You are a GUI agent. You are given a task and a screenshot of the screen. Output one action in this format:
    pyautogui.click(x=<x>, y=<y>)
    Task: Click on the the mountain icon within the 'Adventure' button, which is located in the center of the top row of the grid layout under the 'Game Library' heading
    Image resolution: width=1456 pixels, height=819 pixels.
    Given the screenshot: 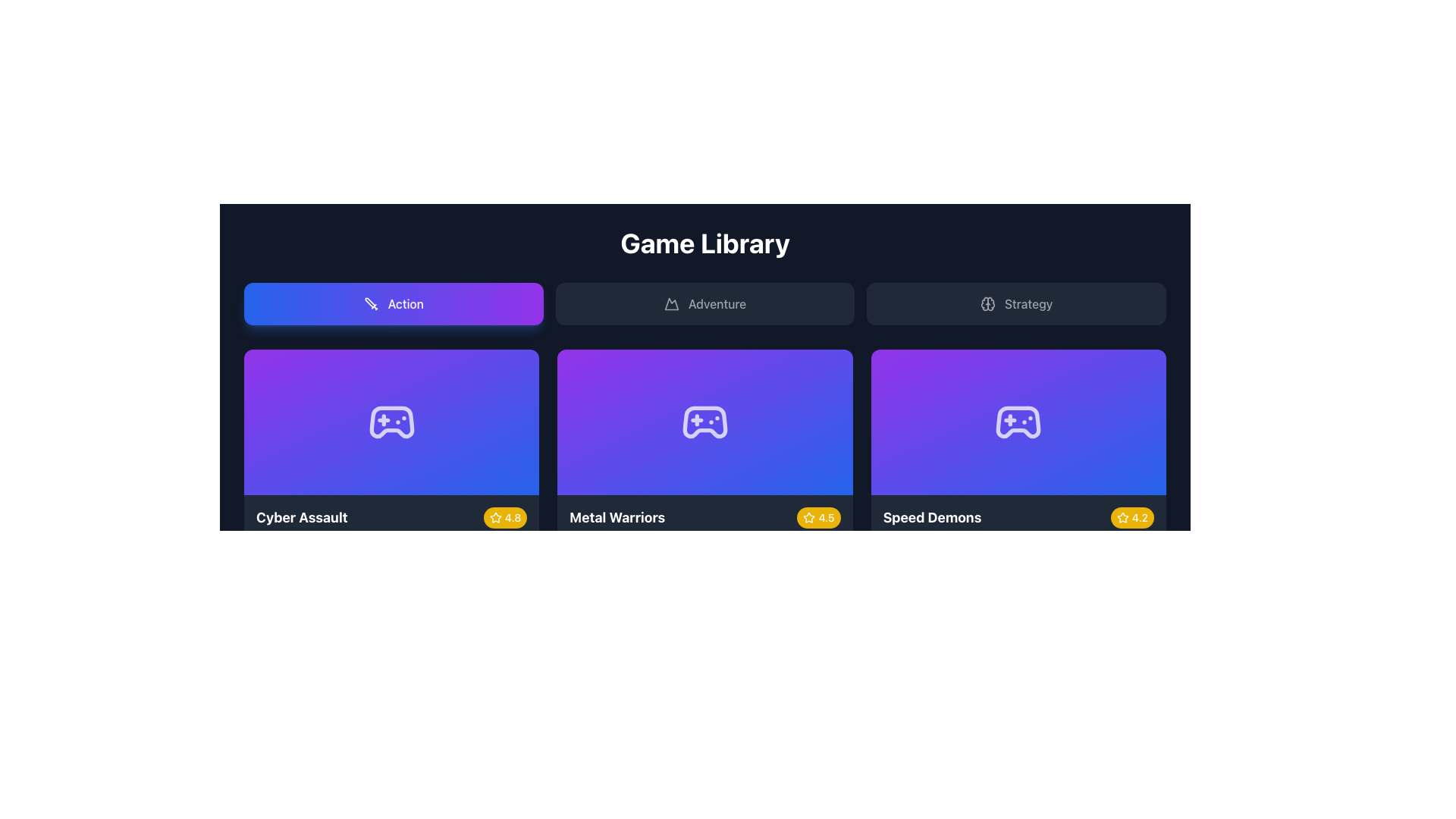 What is the action you would take?
    pyautogui.click(x=670, y=304)
    